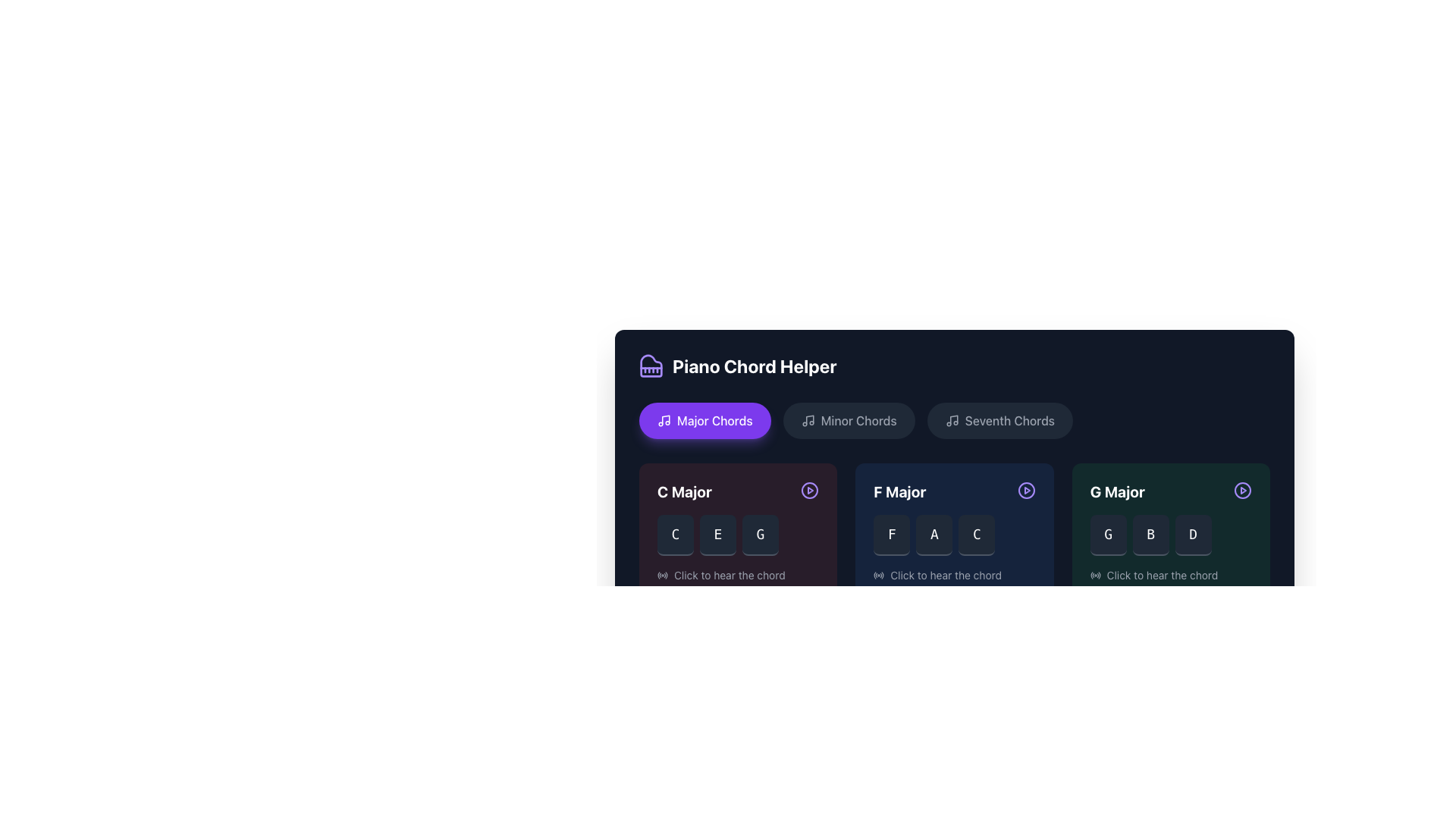 The width and height of the screenshot is (1456, 819). Describe the element at coordinates (1095, 576) in the screenshot. I see `the small circular radio broadcast icon located to the left of the text 'Click to hear the chord'` at that location.